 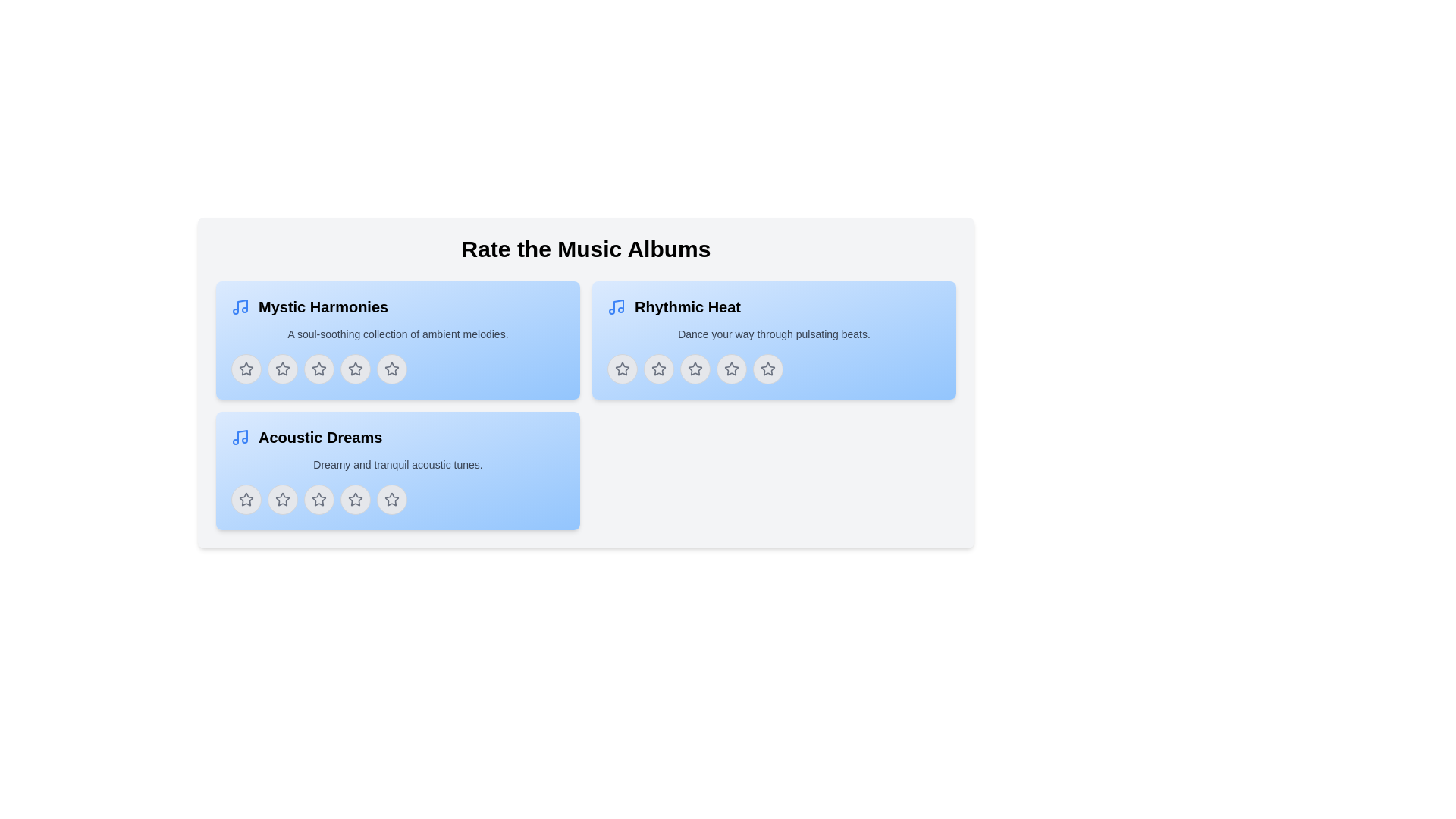 I want to click on the fifth star icon in the 'Acoustic Dreams' section, so click(x=392, y=500).